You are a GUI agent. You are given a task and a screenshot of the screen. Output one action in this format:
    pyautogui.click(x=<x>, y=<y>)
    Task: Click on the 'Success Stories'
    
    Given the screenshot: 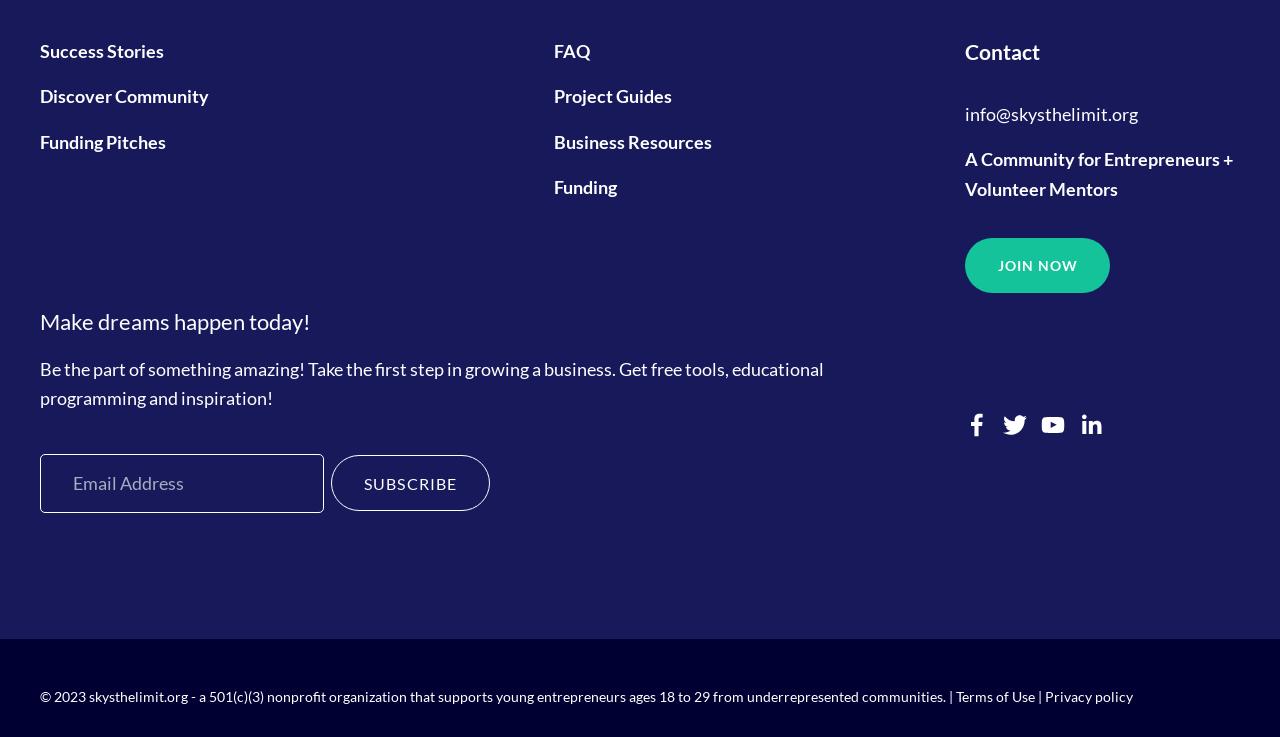 What is the action you would take?
    pyautogui.click(x=99, y=49)
    